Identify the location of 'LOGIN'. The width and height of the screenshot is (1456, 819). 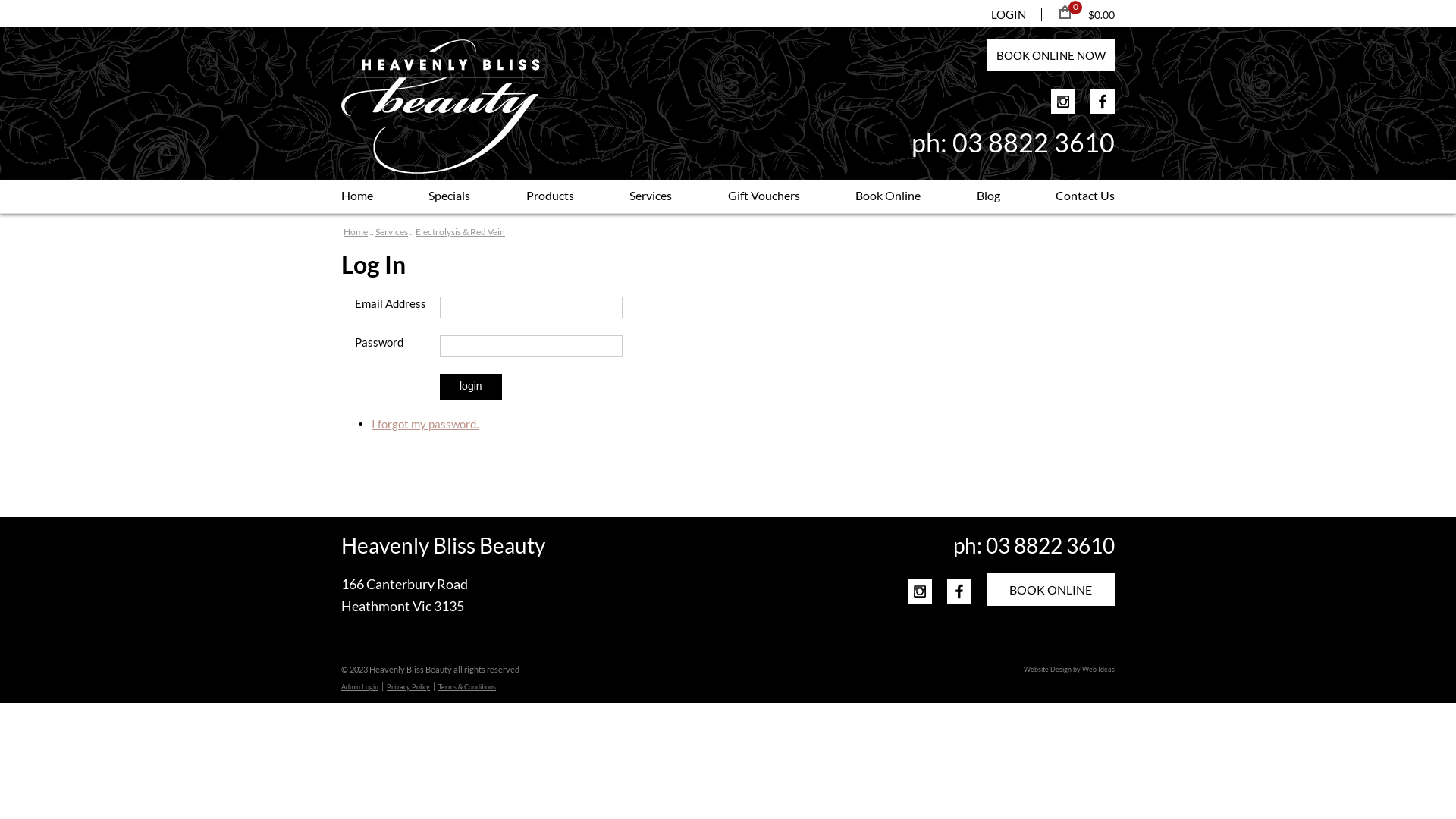
(1016, 14).